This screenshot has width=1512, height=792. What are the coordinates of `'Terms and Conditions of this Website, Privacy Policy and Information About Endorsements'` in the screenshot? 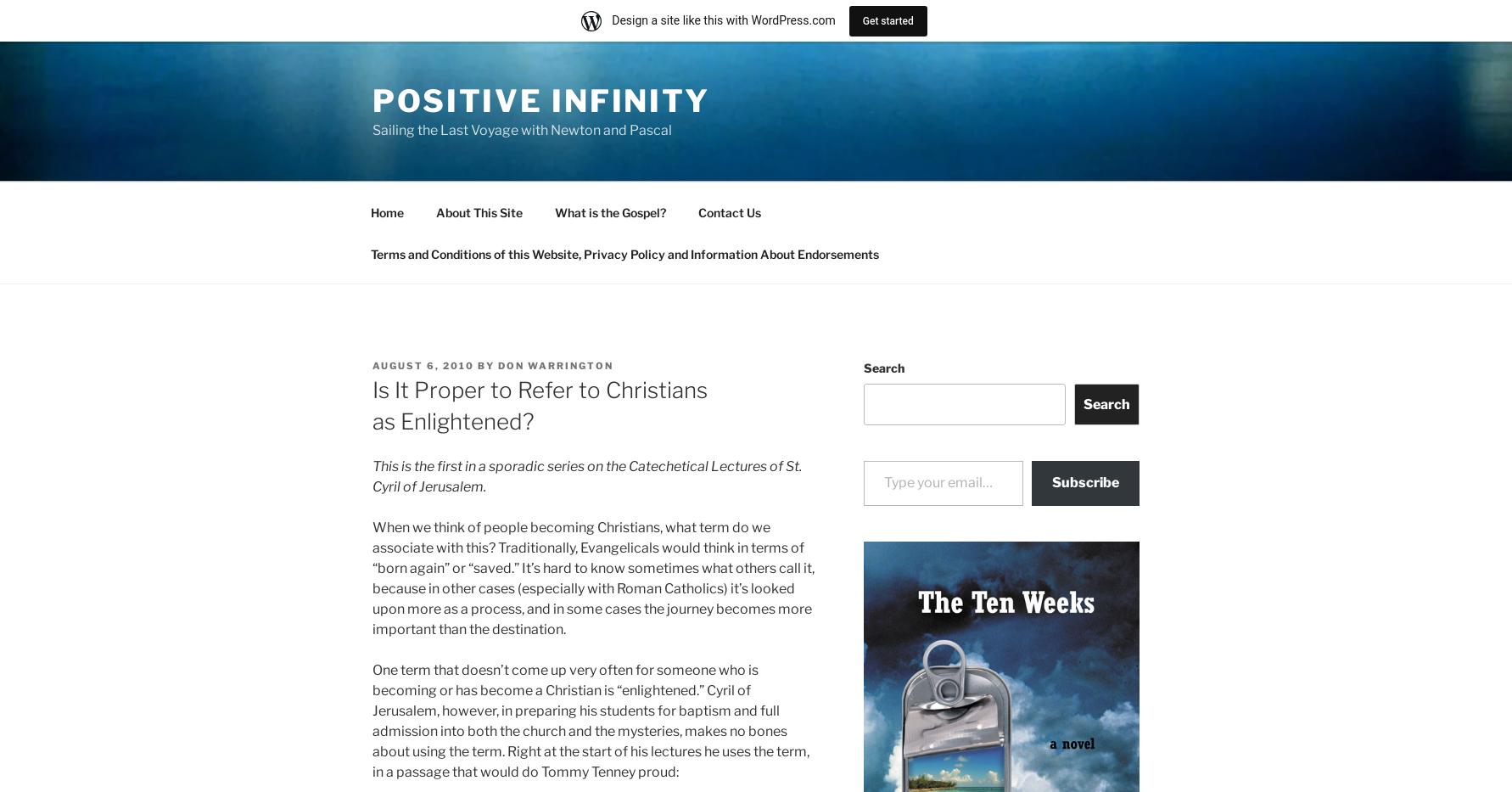 It's located at (624, 253).